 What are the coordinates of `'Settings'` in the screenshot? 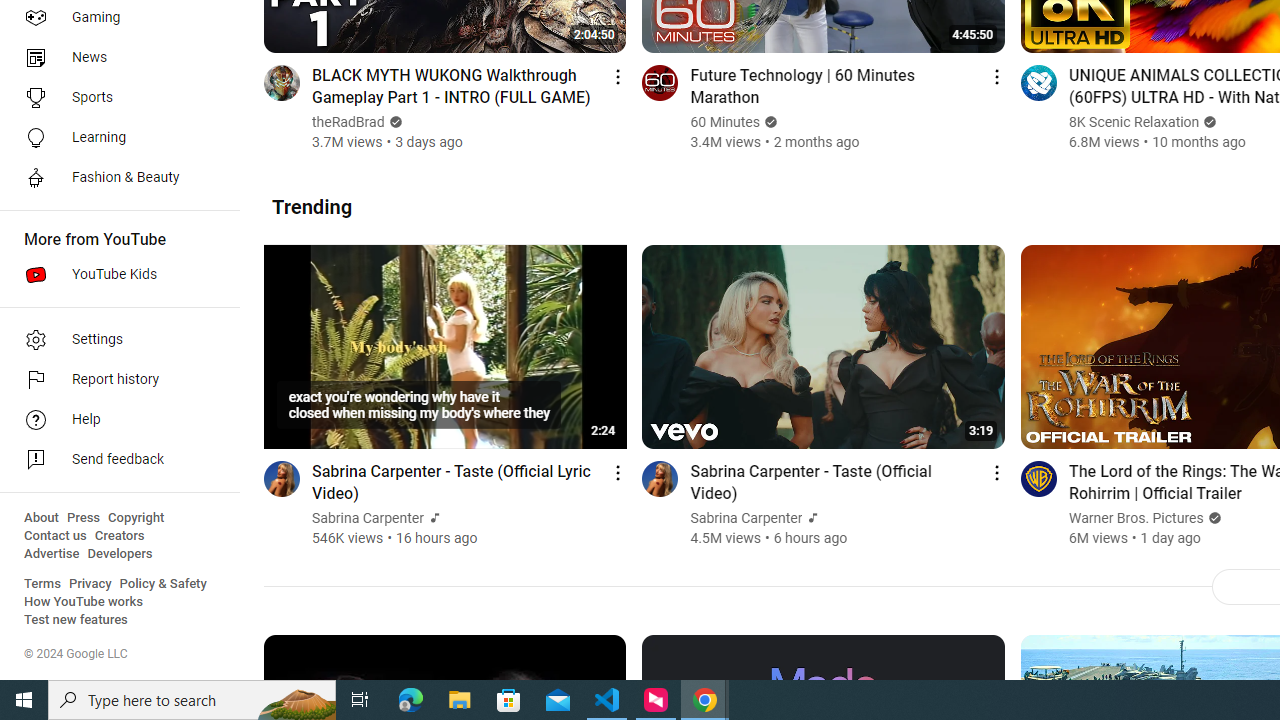 It's located at (112, 338).